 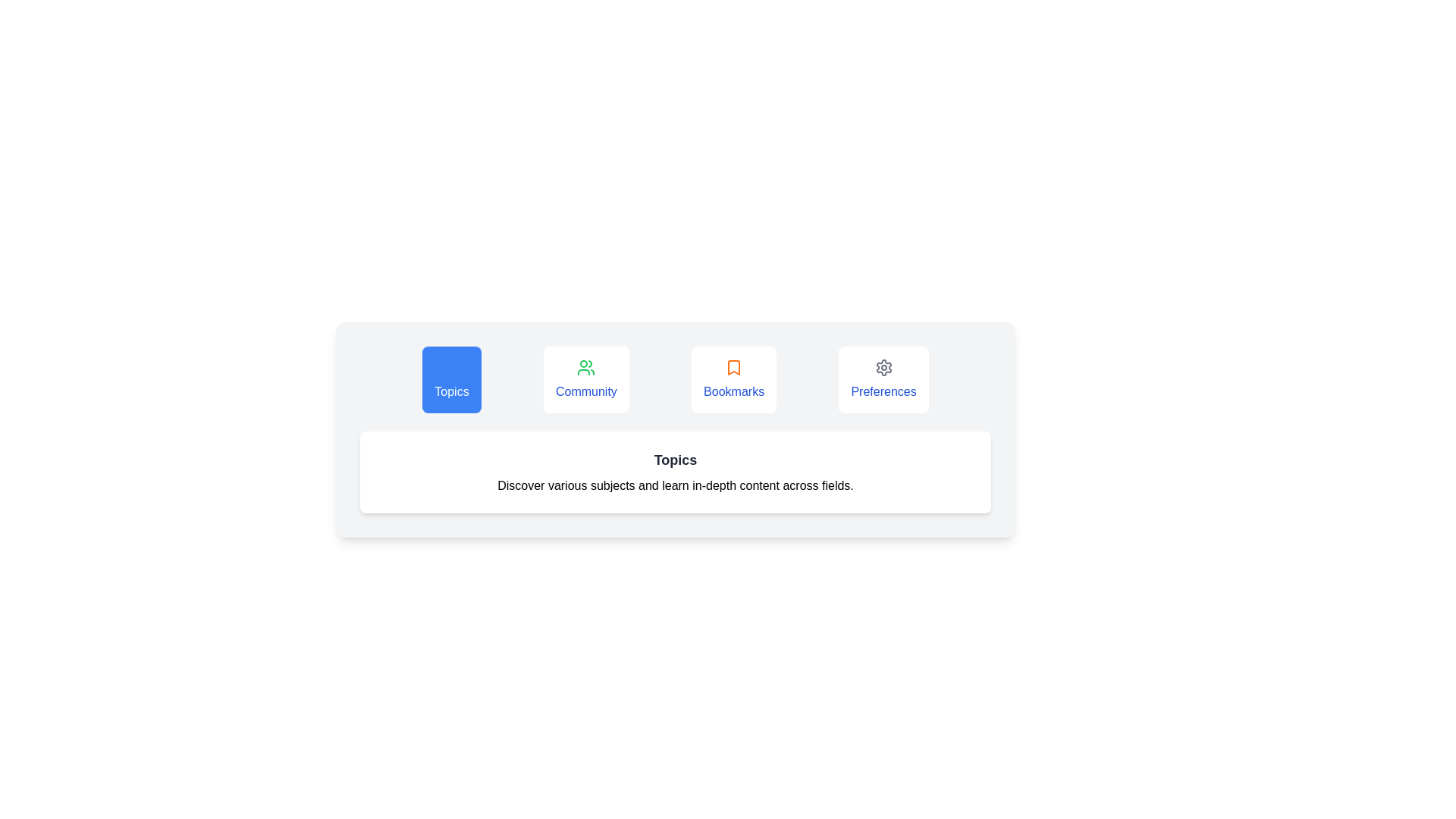 What do you see at coordinates (883, 379) in the screenshot?
I see `the Preferences tab by clicking on its button` at bounding box center [883, 379].